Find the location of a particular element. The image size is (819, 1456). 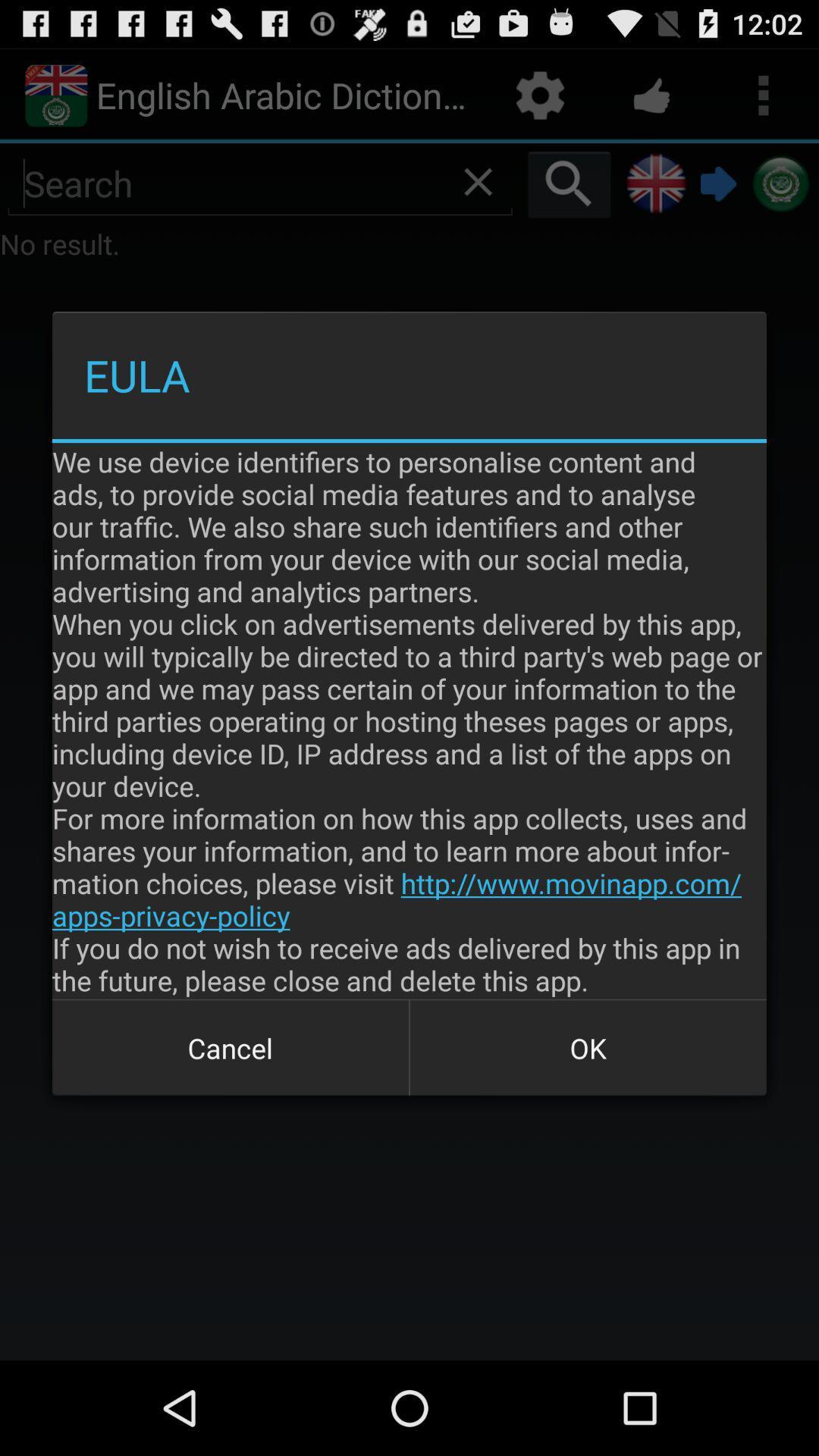

the cancel button is located at coordinates (231, 1047).